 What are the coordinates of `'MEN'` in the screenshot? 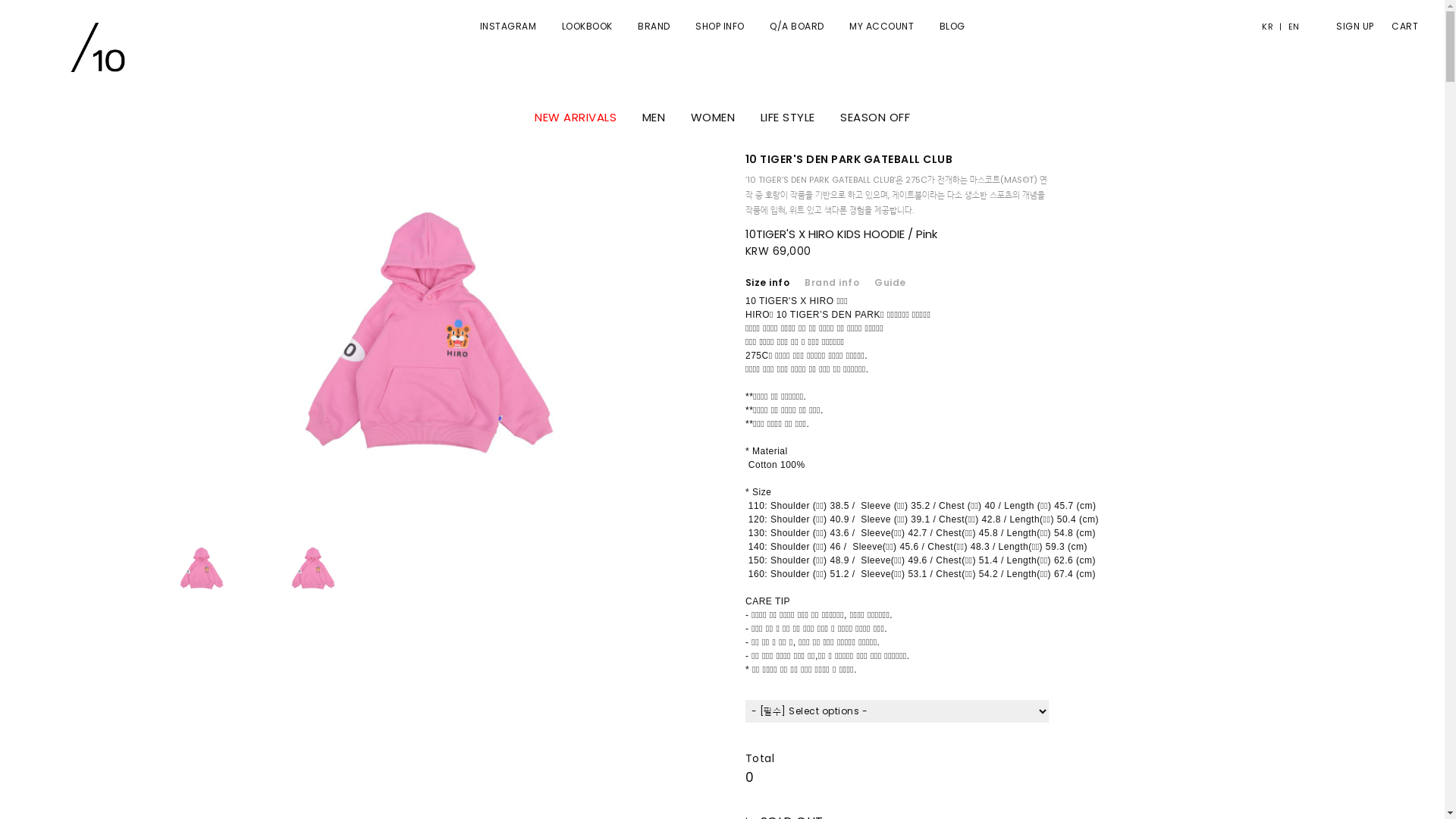 It's located at (653, 116).